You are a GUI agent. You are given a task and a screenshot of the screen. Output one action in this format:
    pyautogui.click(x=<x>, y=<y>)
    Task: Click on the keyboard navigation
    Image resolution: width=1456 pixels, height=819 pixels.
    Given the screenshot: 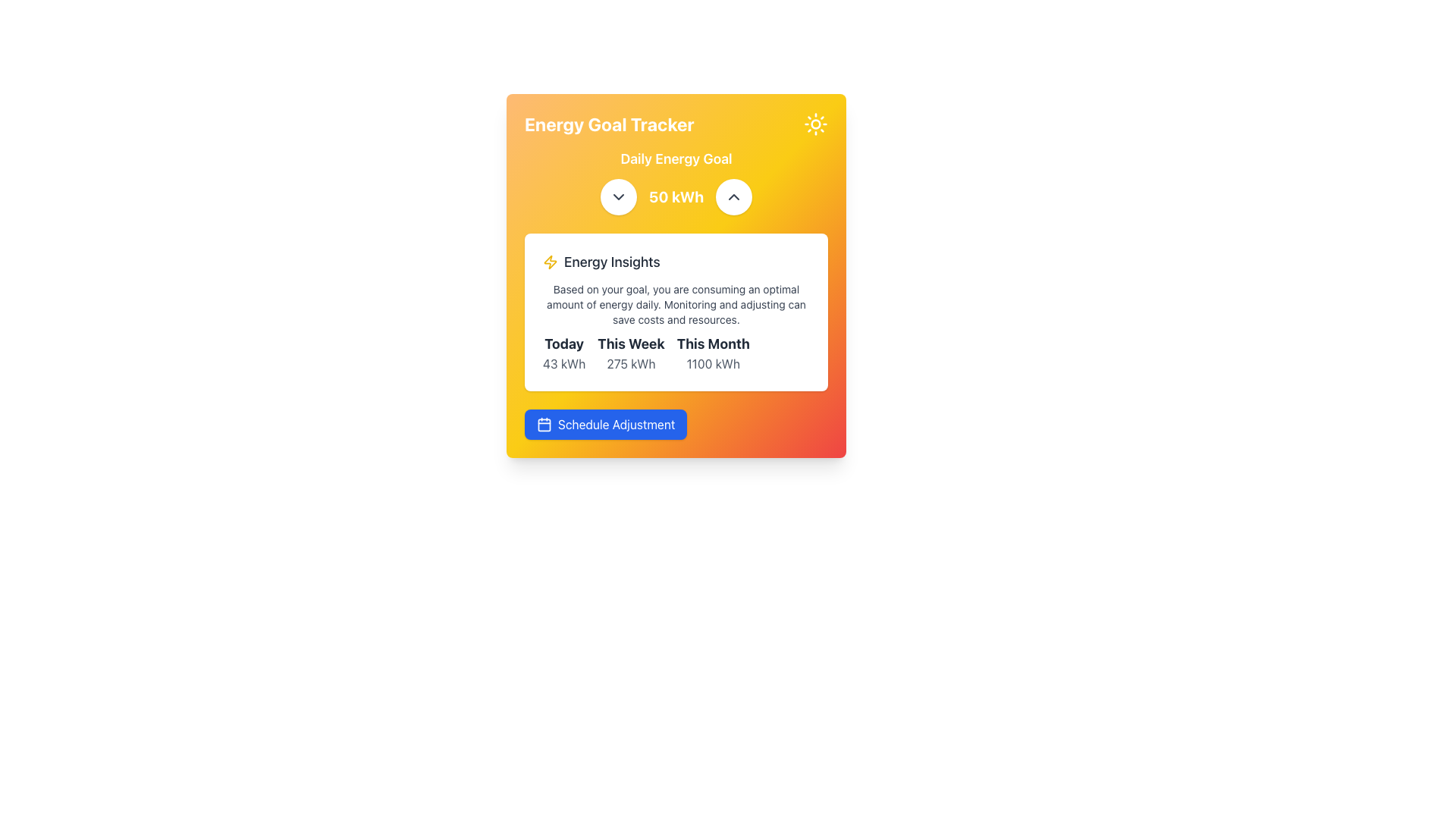 What is the action you would take?
    pyautogui.click(x=605, y=424)
    